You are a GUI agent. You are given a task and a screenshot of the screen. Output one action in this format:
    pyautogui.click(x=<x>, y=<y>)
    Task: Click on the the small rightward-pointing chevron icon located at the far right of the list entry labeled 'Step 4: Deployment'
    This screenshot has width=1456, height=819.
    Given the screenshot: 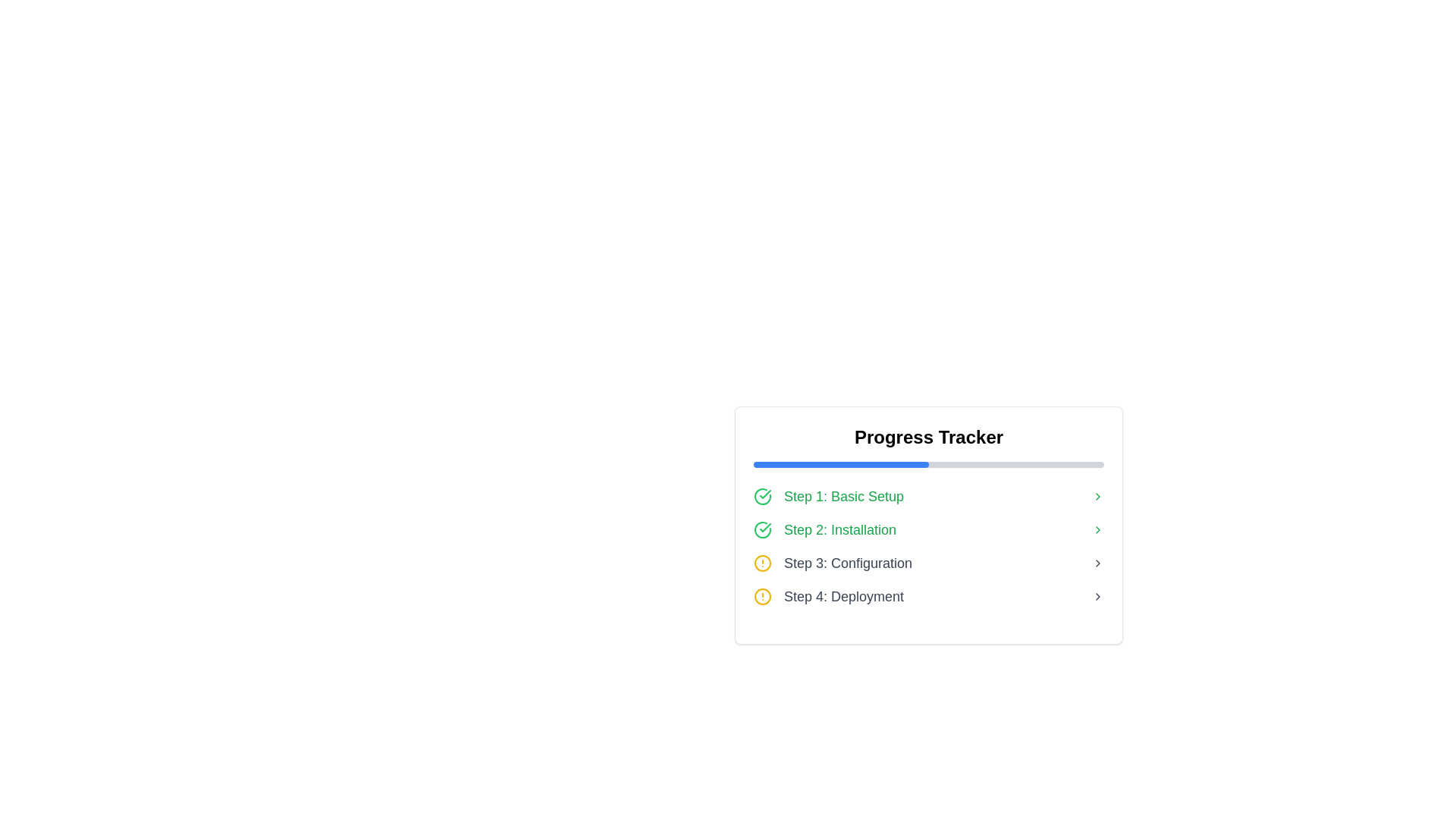 What is the action you would take?
    pyautogui.click(x=1098, y=595)
    